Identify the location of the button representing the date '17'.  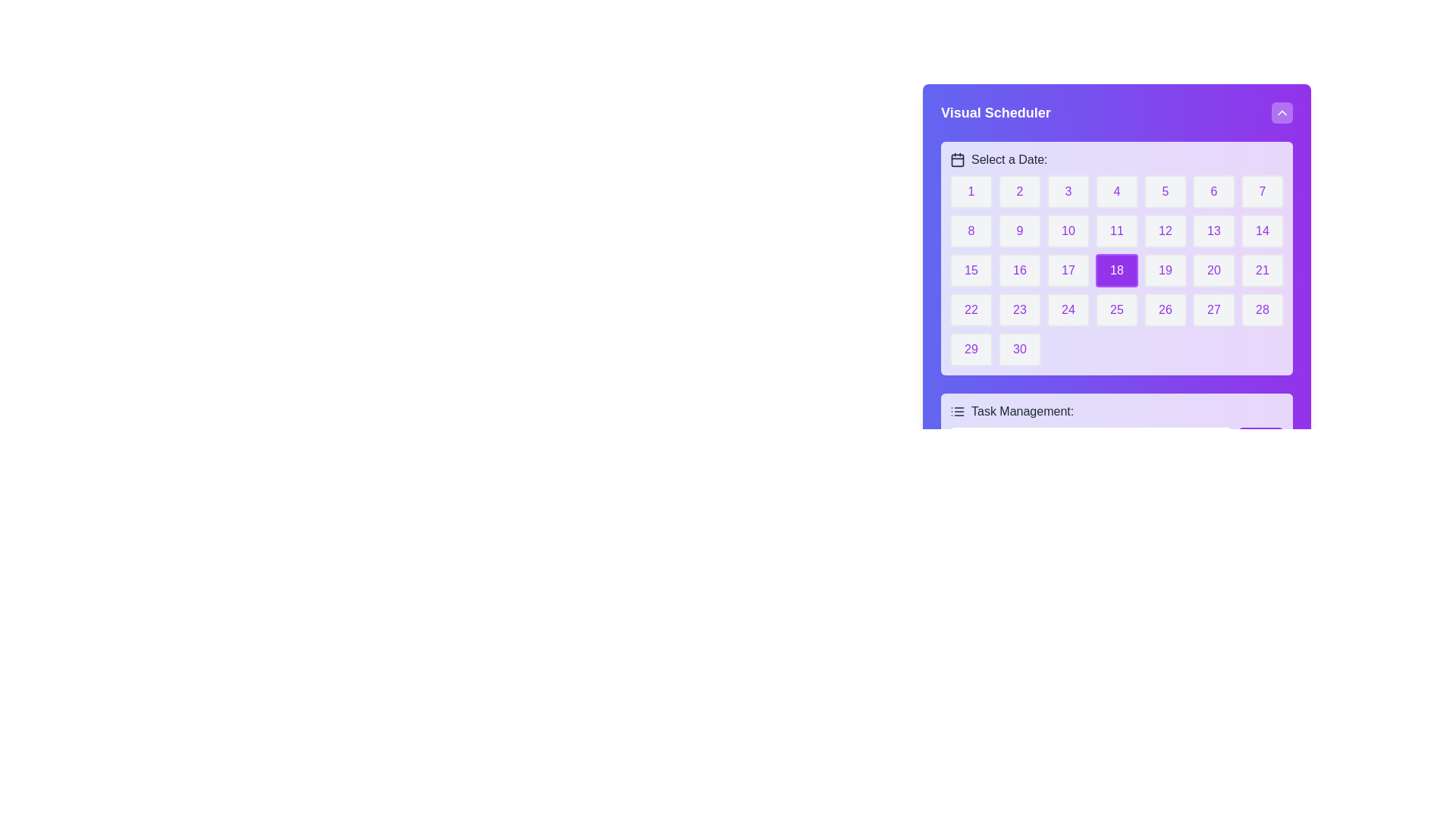
(1068, 270).